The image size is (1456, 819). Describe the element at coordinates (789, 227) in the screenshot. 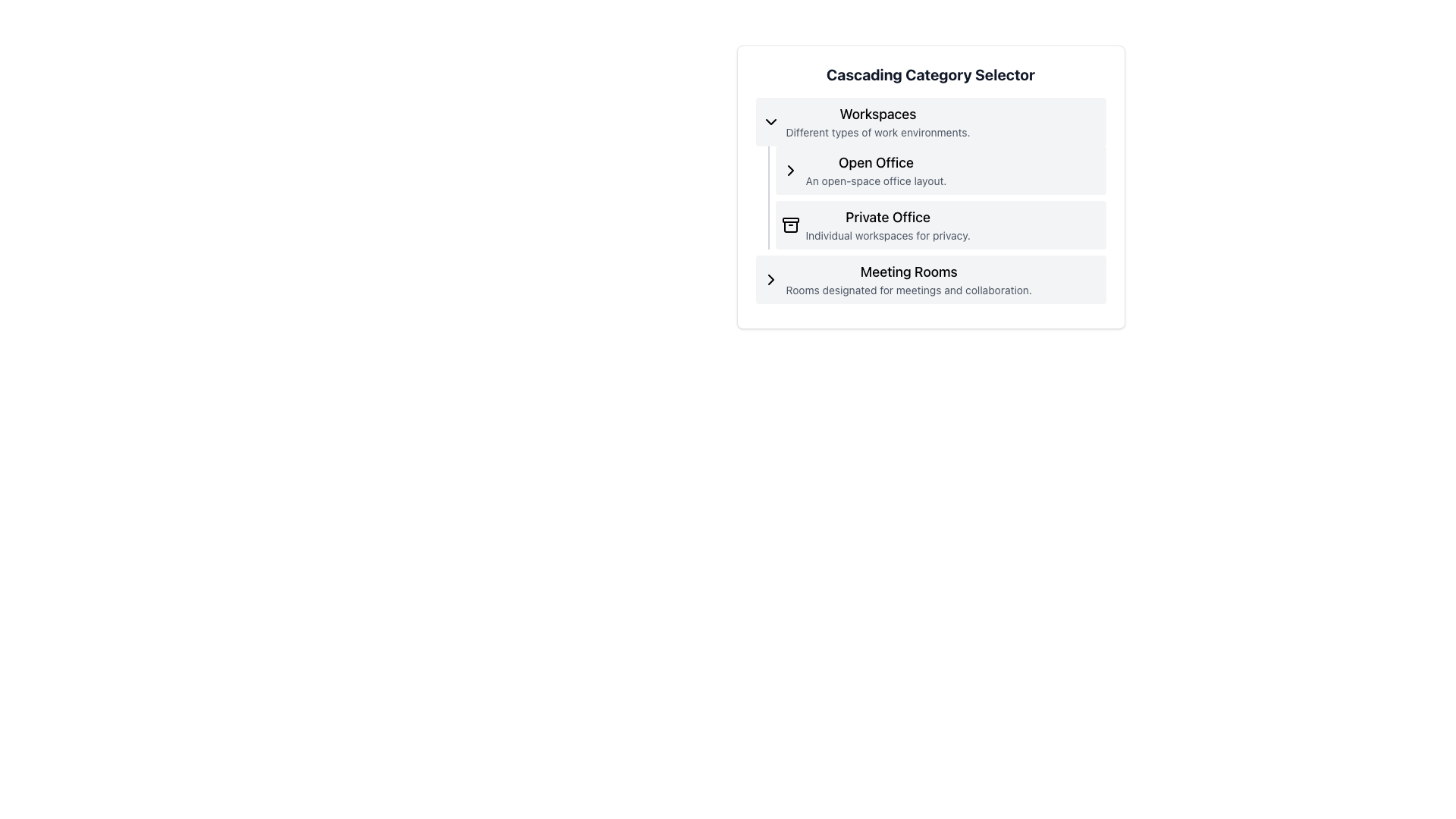

I see `the middle component of the three-part icon next to the 'Private Office' label in the vertical menu` at that location.